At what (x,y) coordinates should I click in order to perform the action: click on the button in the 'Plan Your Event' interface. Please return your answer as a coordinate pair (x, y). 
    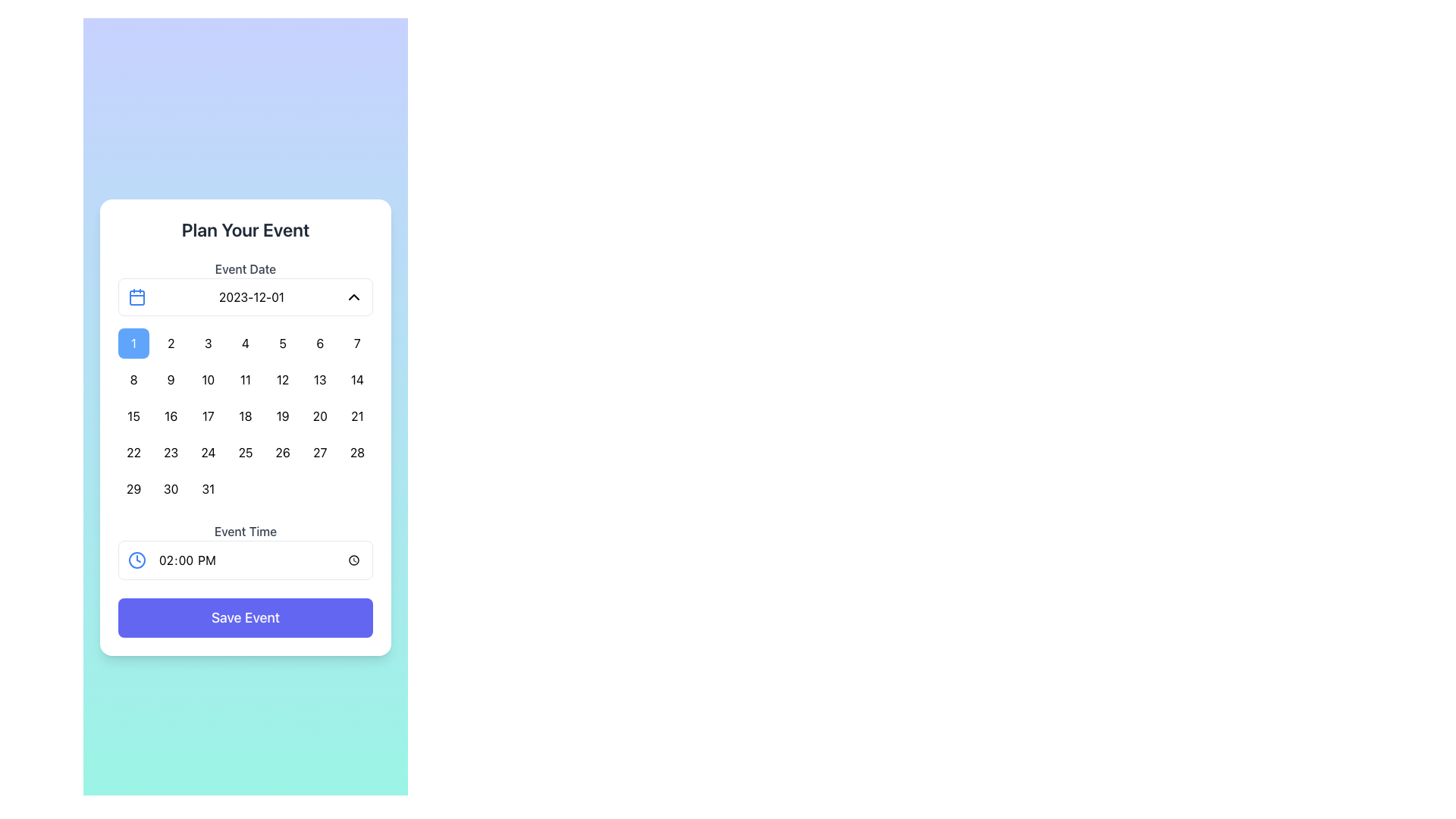
    Looking at the image, I should click on (171, 416).